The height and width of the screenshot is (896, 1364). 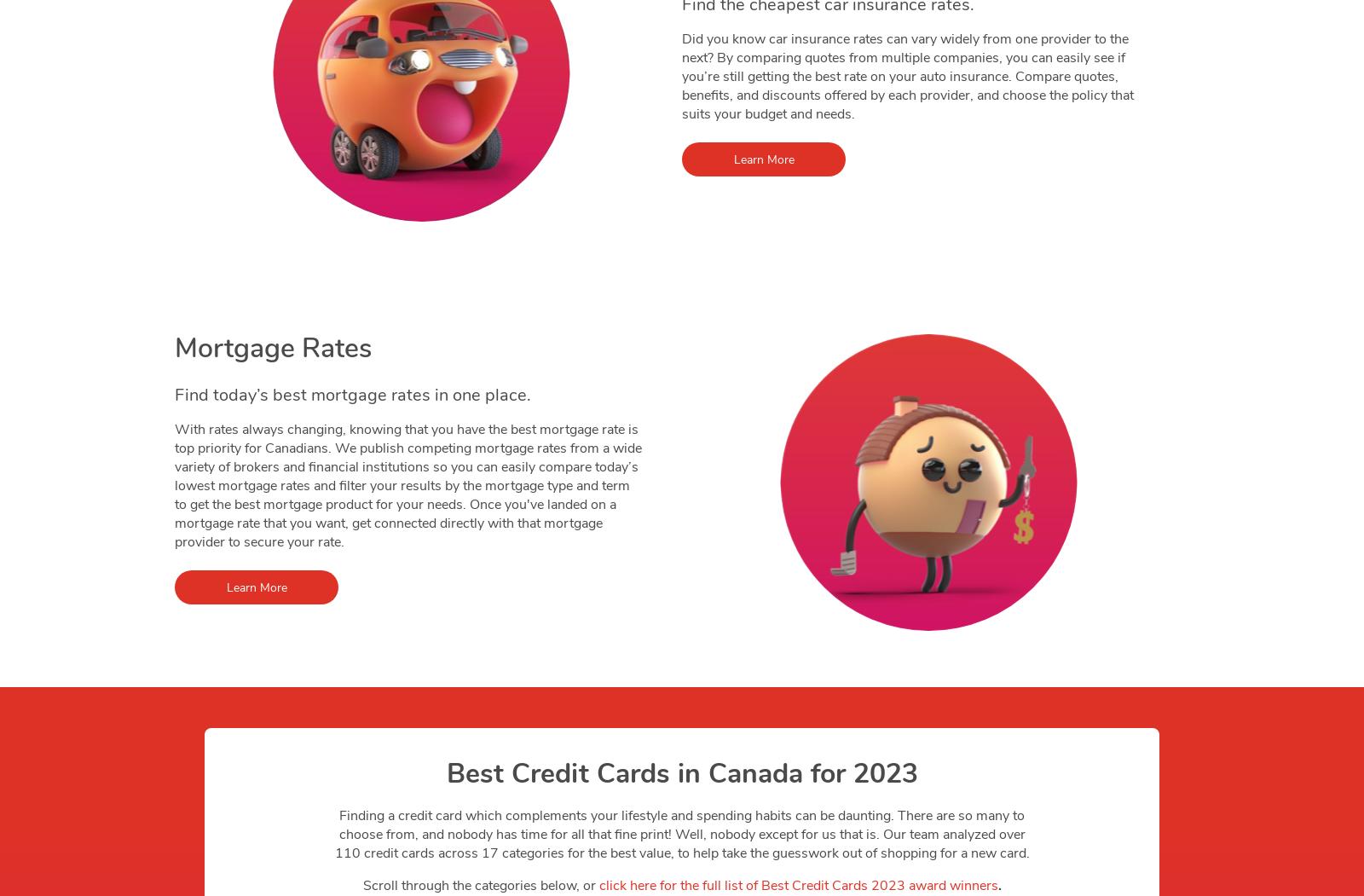 I want to click on '.', so click(x=999, y=885).